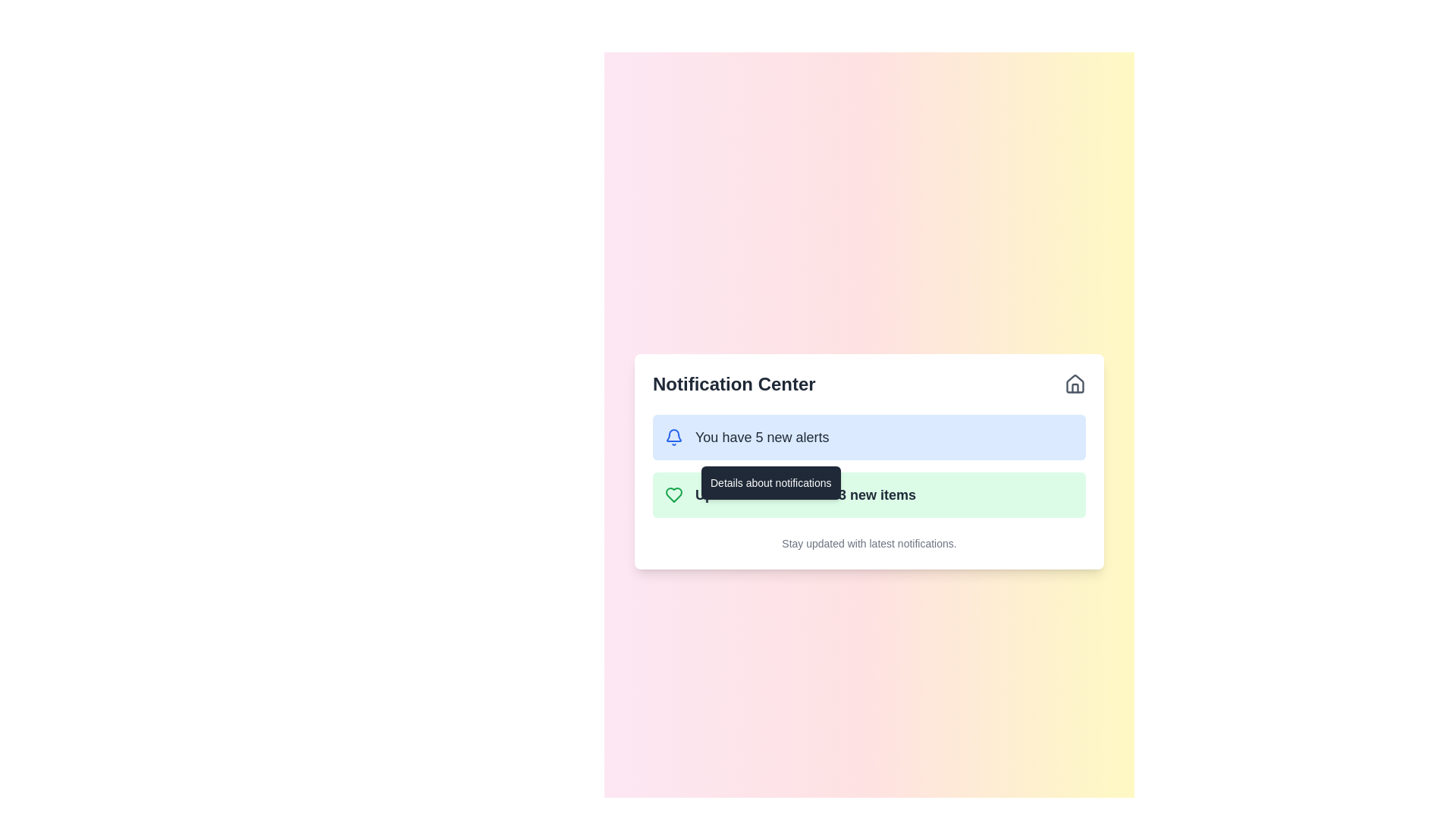 The height and width of the screenshot is (819, 1456). What do you see at coordinates (869, 465) in the screenshot?
I see `the second notification item in the Notification Center, which displays details about updates or alerts` at bounding box center [869, 465].